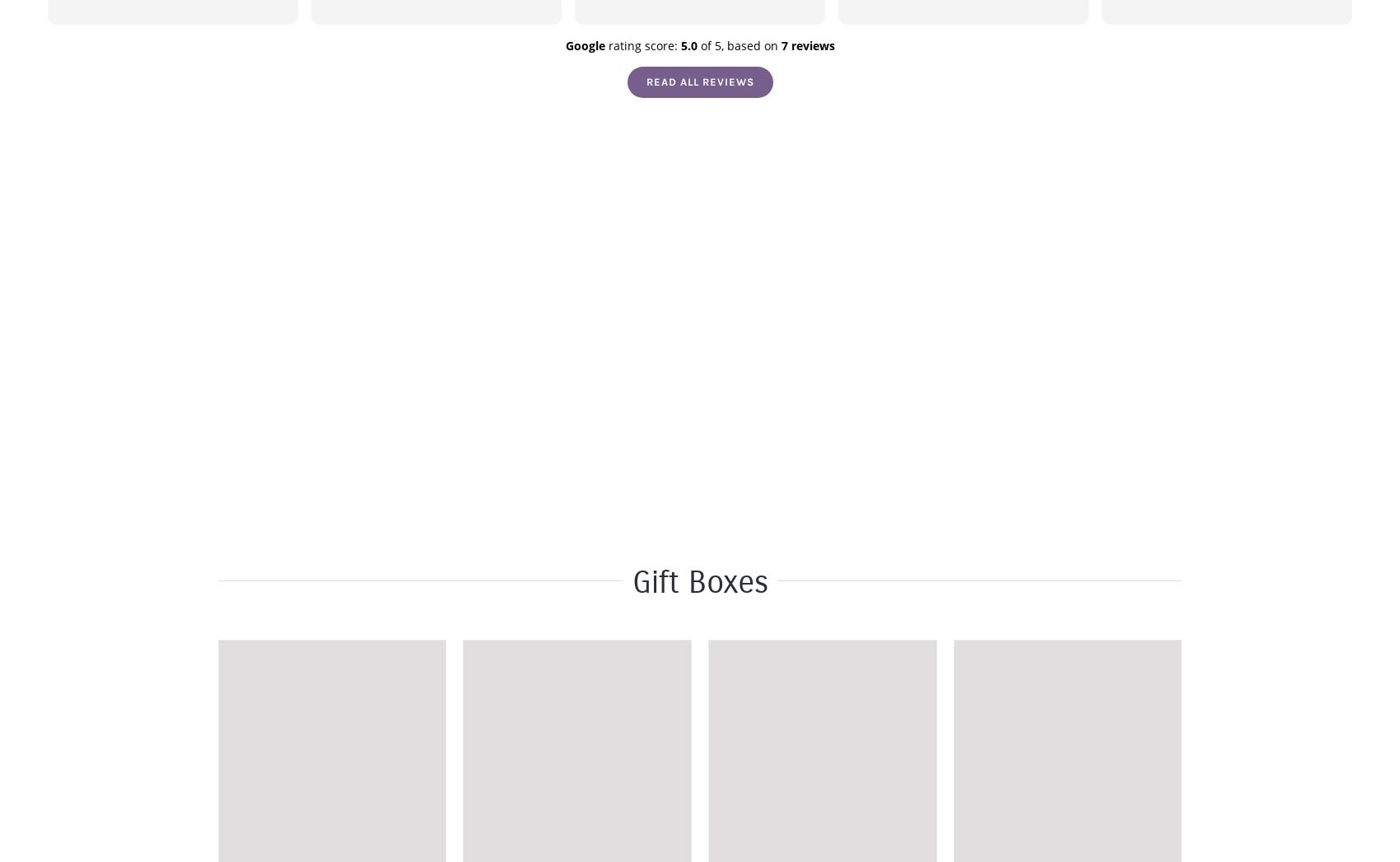  I want to click on 'rating score:', so click(604, 45).